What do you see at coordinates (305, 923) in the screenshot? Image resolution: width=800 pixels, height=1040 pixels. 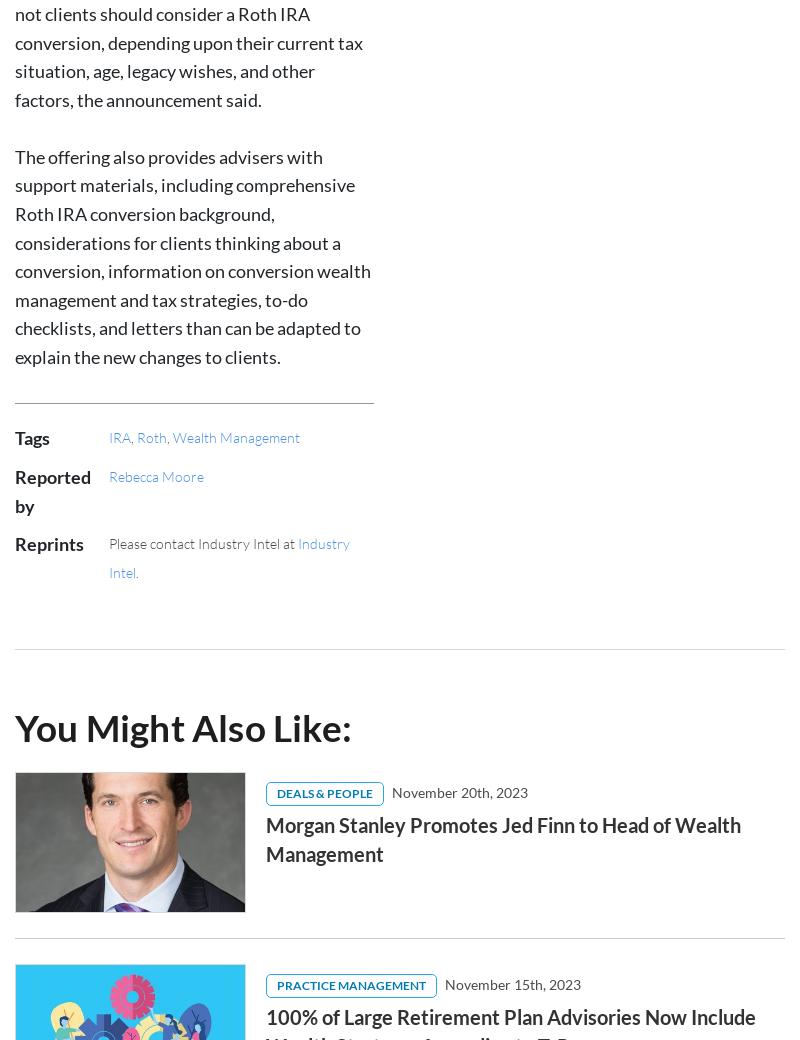 I see `'Advertise'` at bounding box center [305, 923].